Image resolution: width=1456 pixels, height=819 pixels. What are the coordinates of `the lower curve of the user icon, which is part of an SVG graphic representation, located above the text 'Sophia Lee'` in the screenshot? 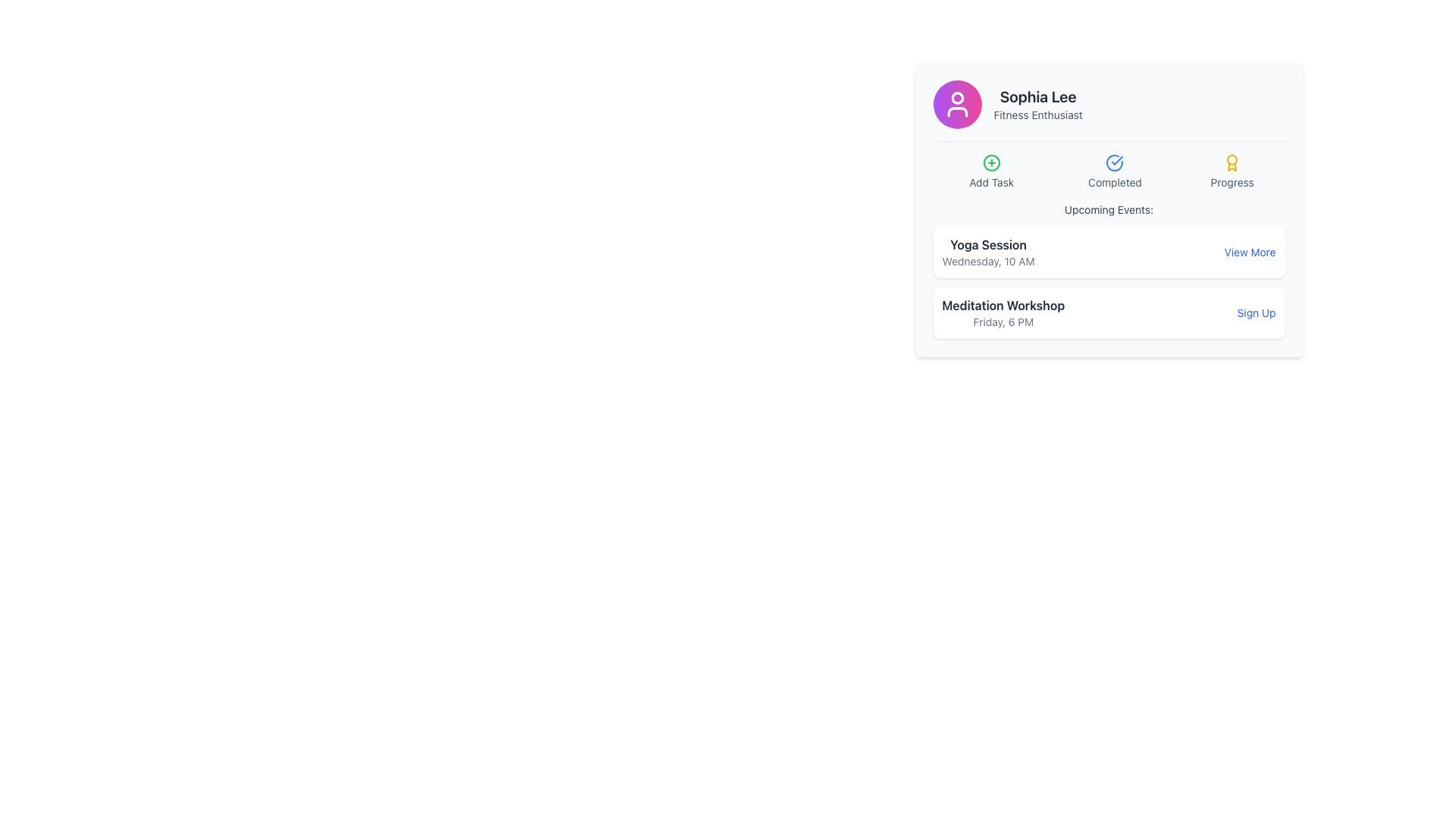 It's located at (956, 111).